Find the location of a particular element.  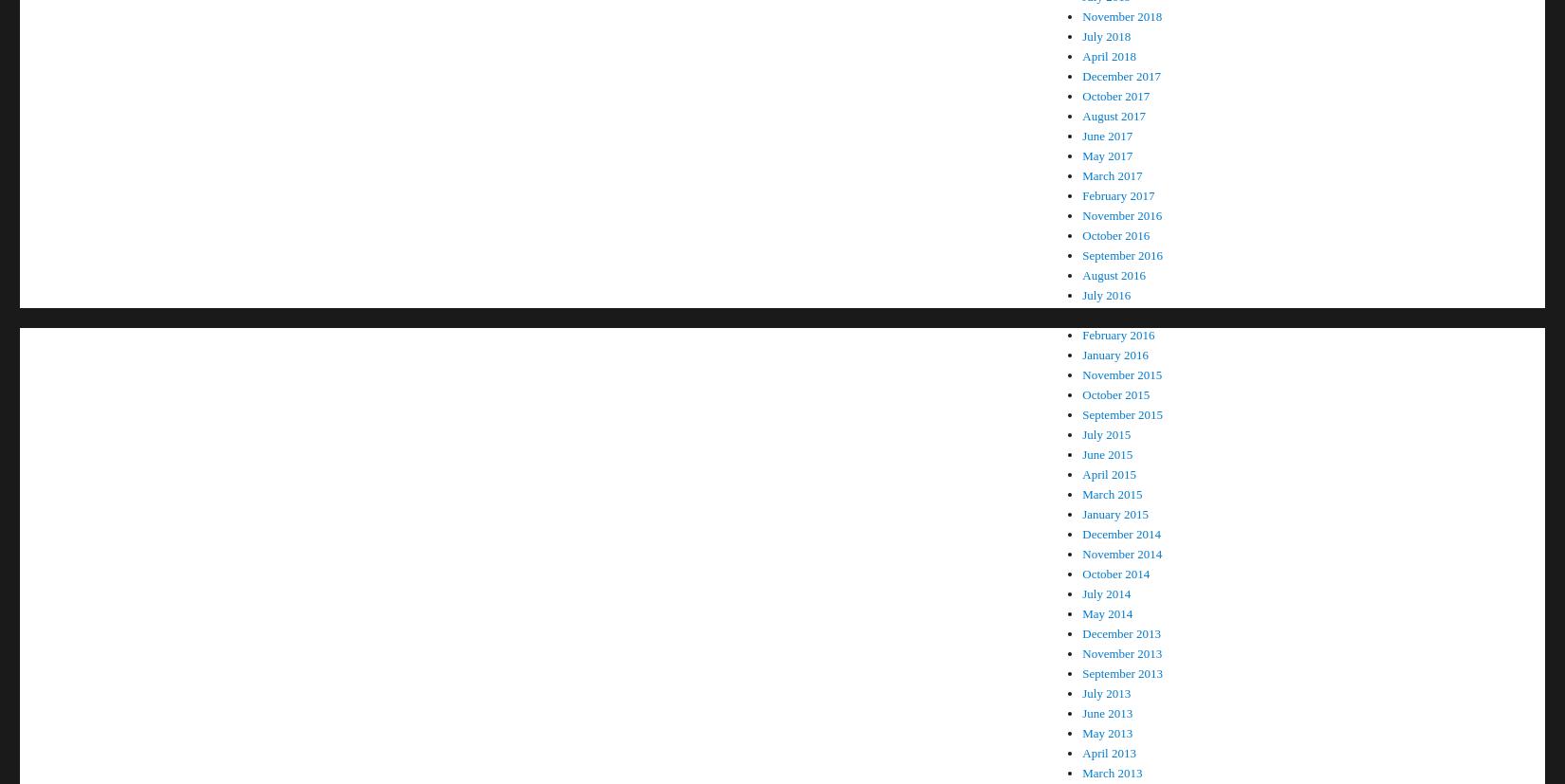

'October 2017' is located at coordinates (1115, 95).